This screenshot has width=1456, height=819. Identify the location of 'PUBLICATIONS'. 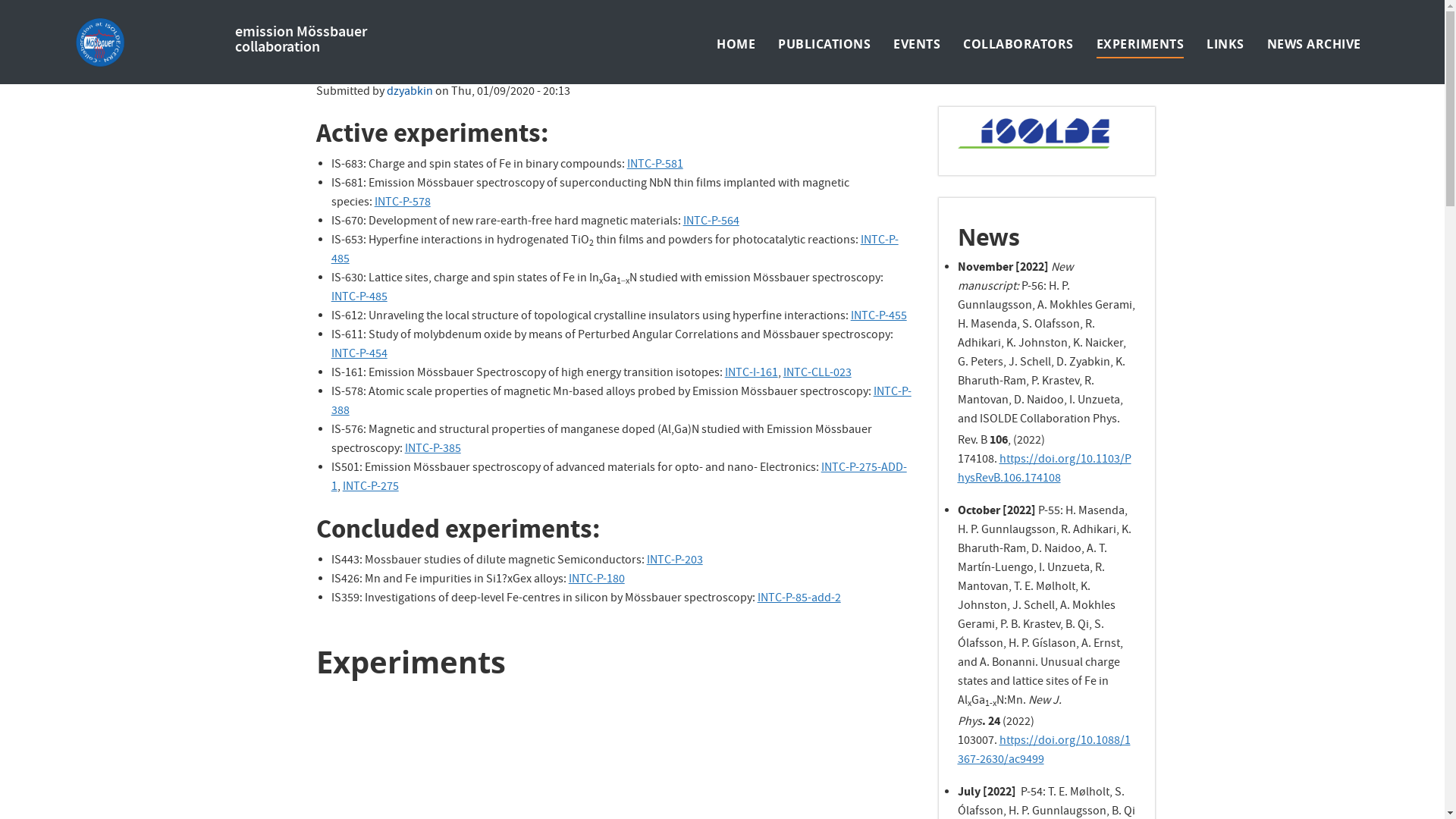
(823, 42).